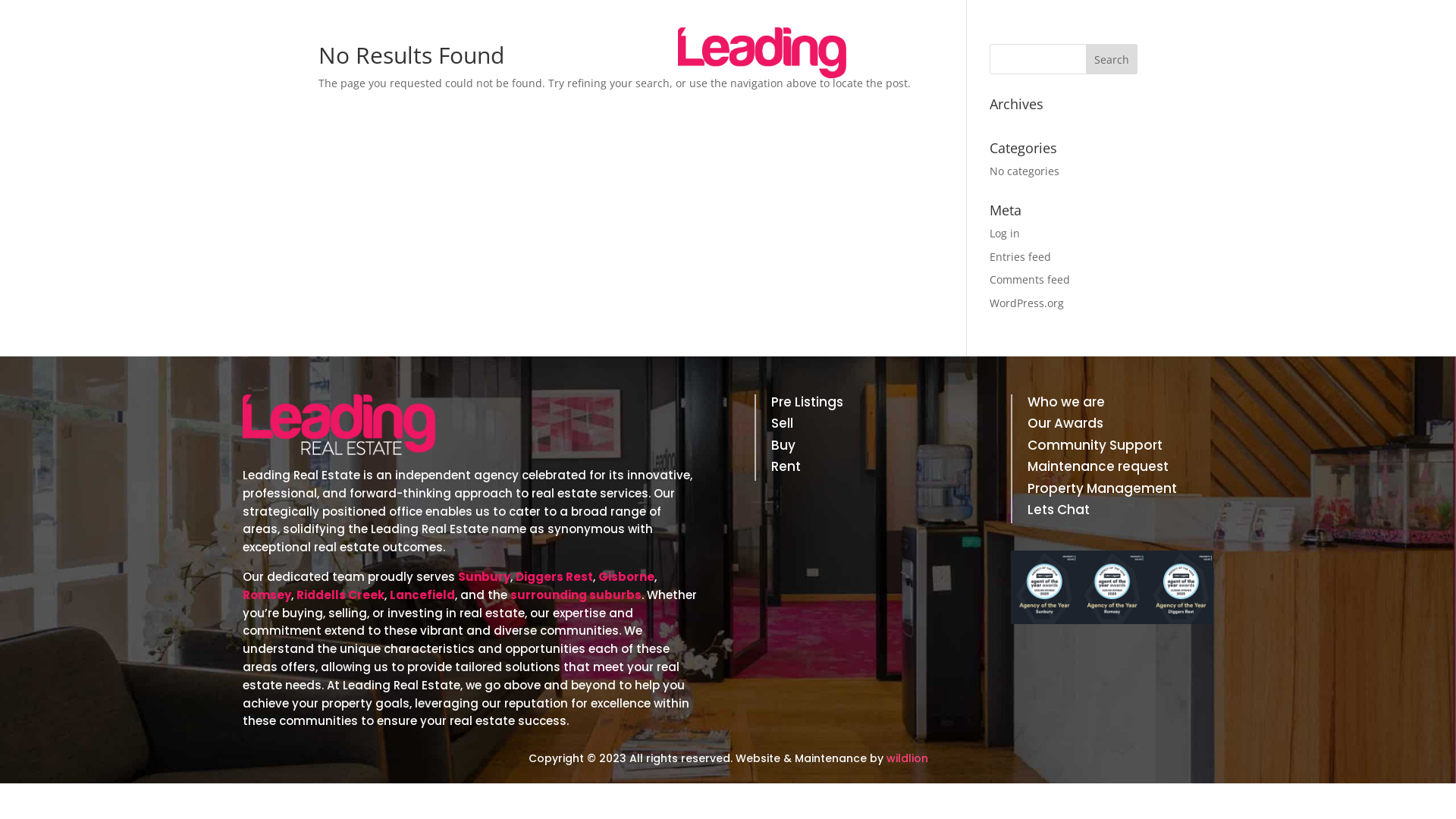 The image size is (1456, 819). What do you see at coordinates (1112, 468) in the screenshot?
I see `'Maintenance request'` at bounding box center [1112, 468].